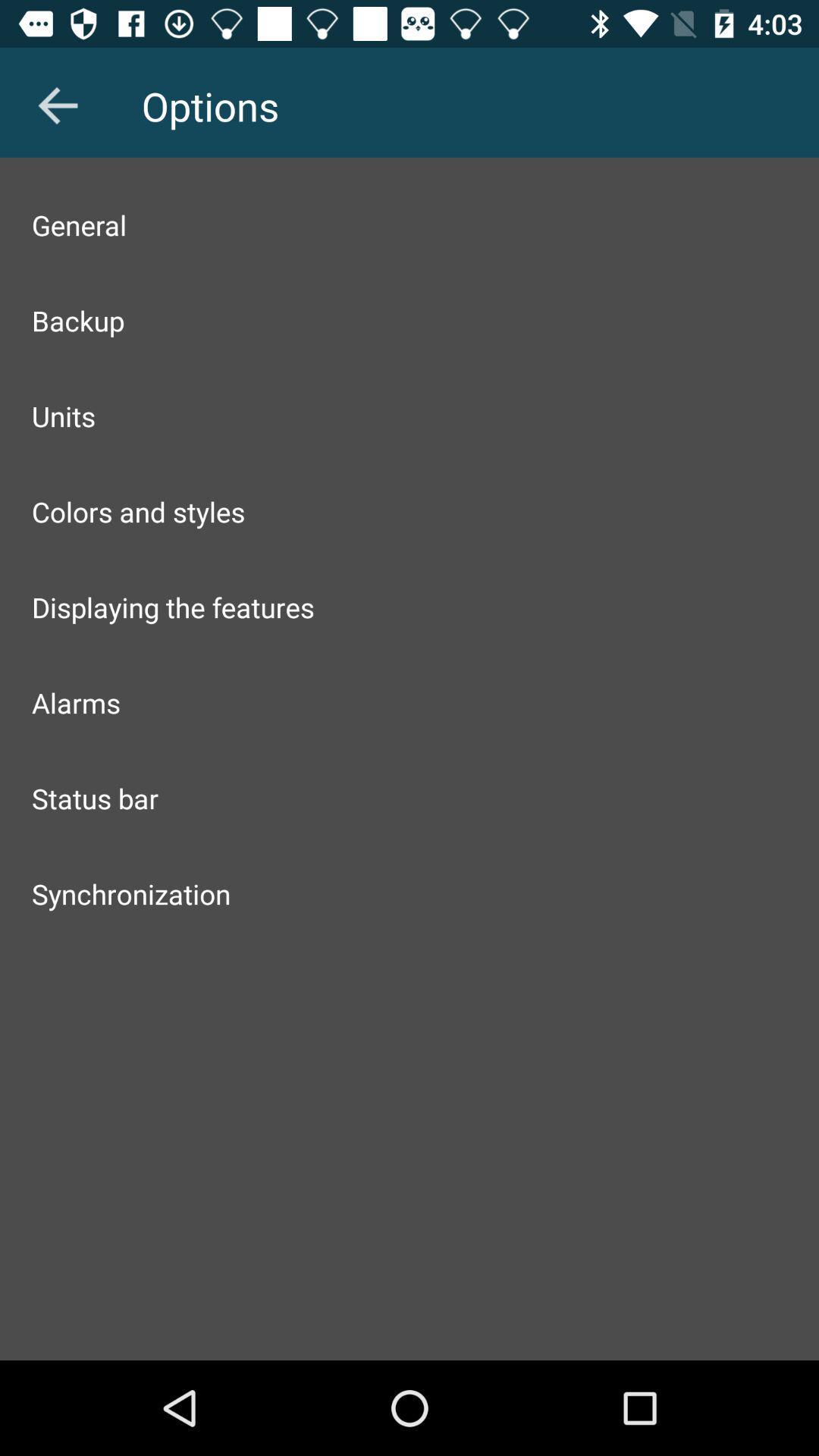 The width and height of the screenshot is (819, 1456). I want to click on item above general, so click(57, 105).